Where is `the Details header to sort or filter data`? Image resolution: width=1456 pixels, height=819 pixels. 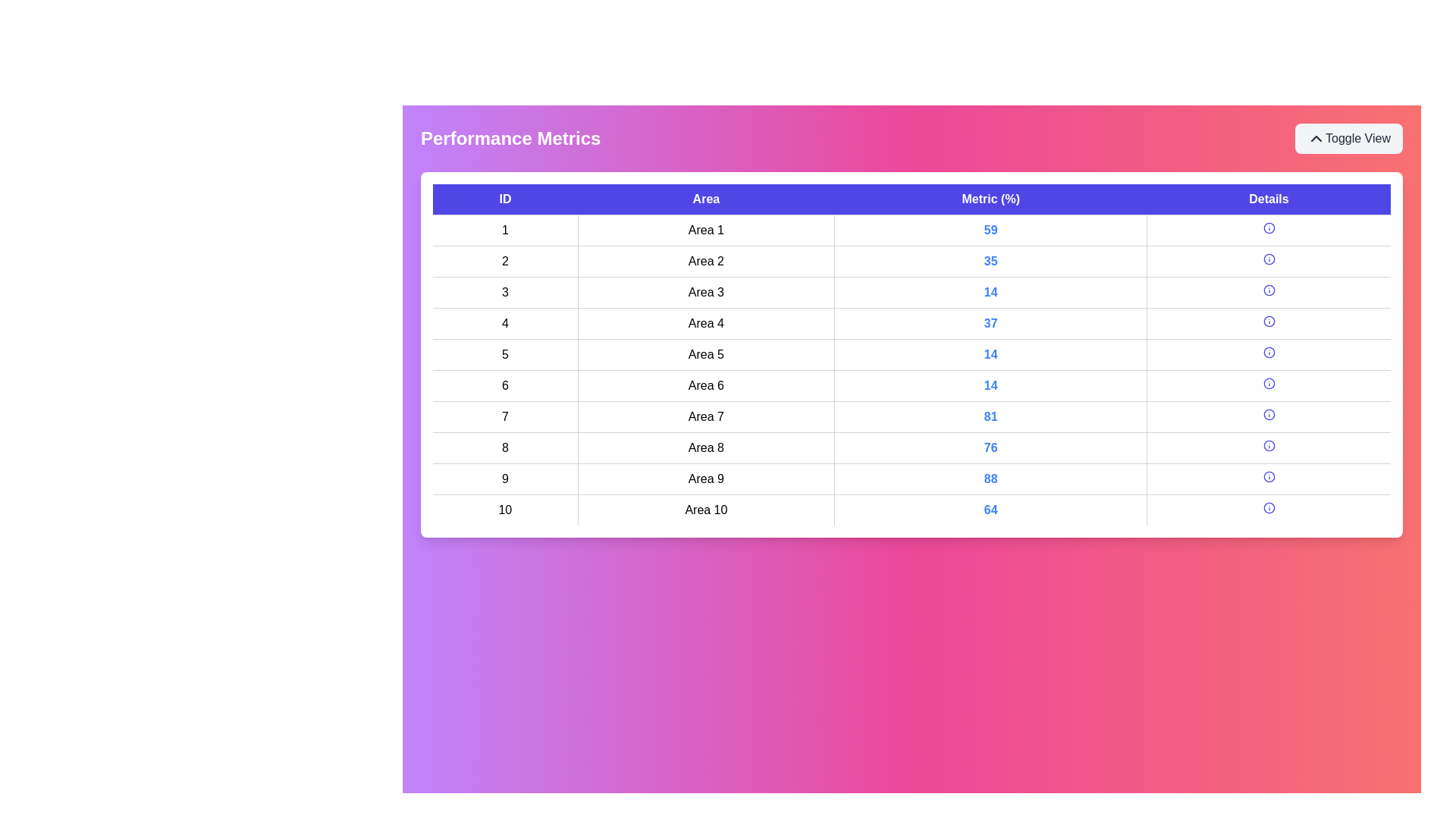
the Details header to sort or filter data is located at coordinates (1269, 199).